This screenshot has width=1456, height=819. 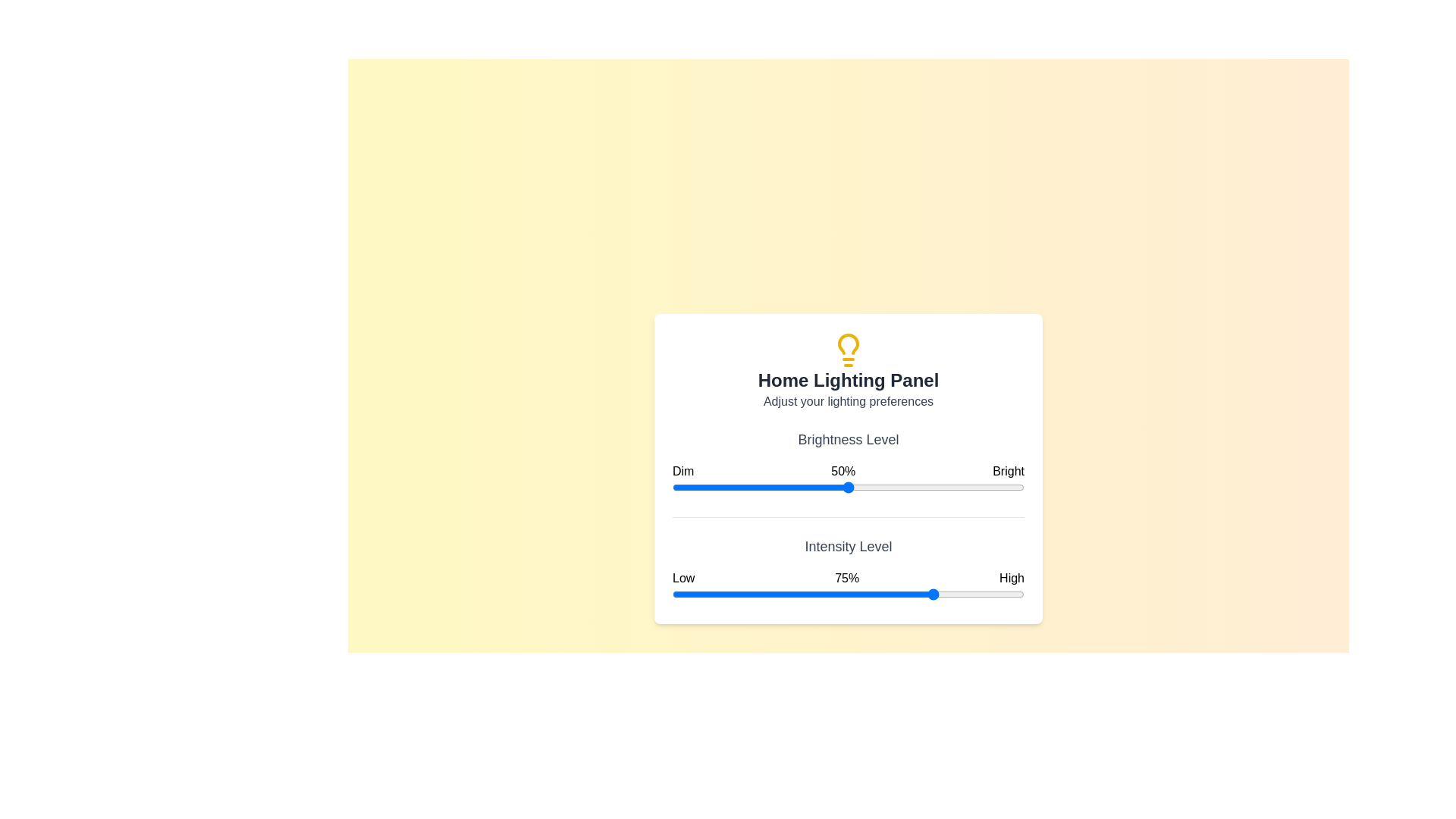 What do you see at coordinates (894, 593) in the screenshot?
I see `the Intensity Level slider` at bounding box center [894, 593].